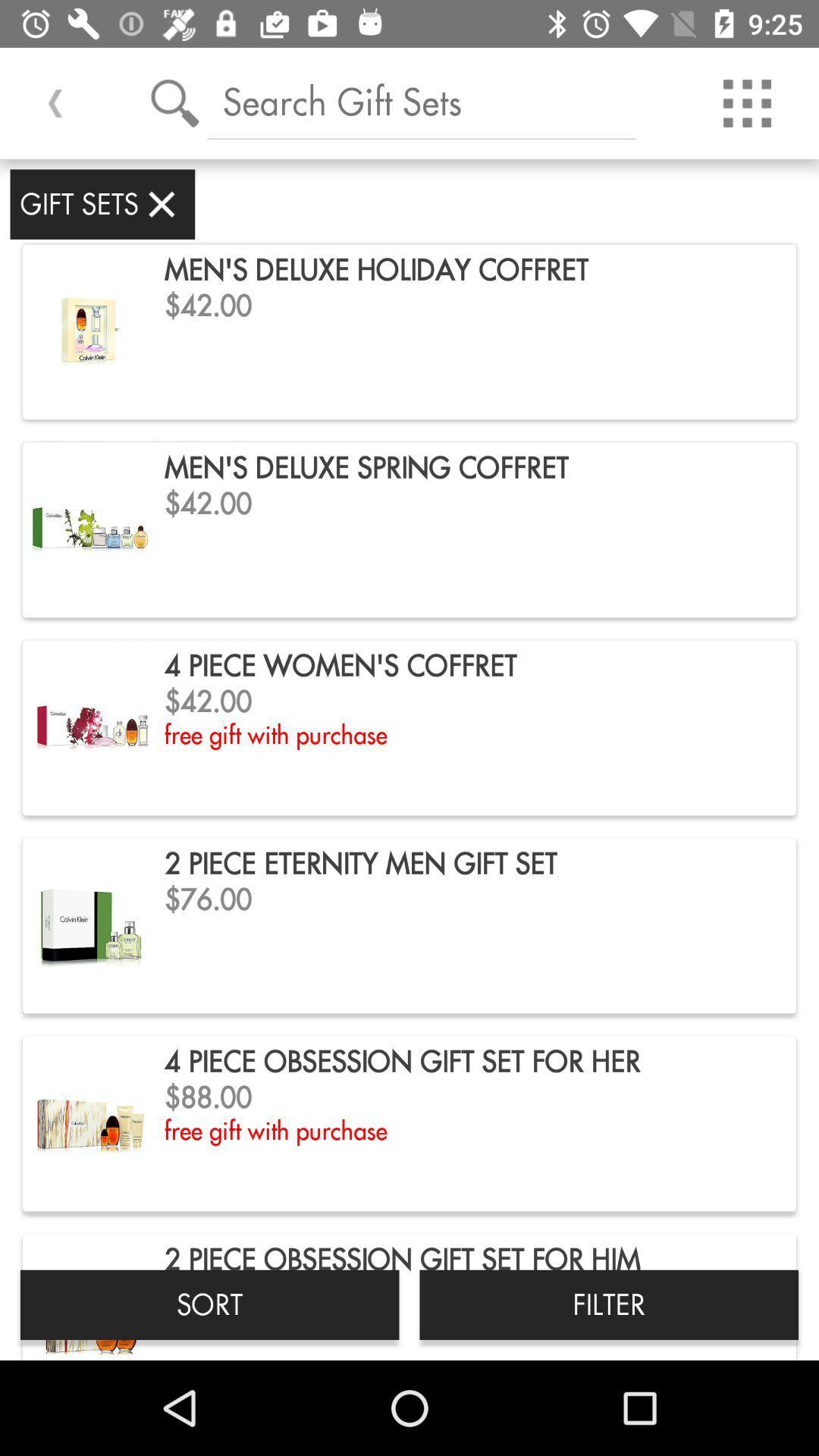  Describe the element at coordinates (746, 102) in the screenshot. I see `the item above filter` at that location.